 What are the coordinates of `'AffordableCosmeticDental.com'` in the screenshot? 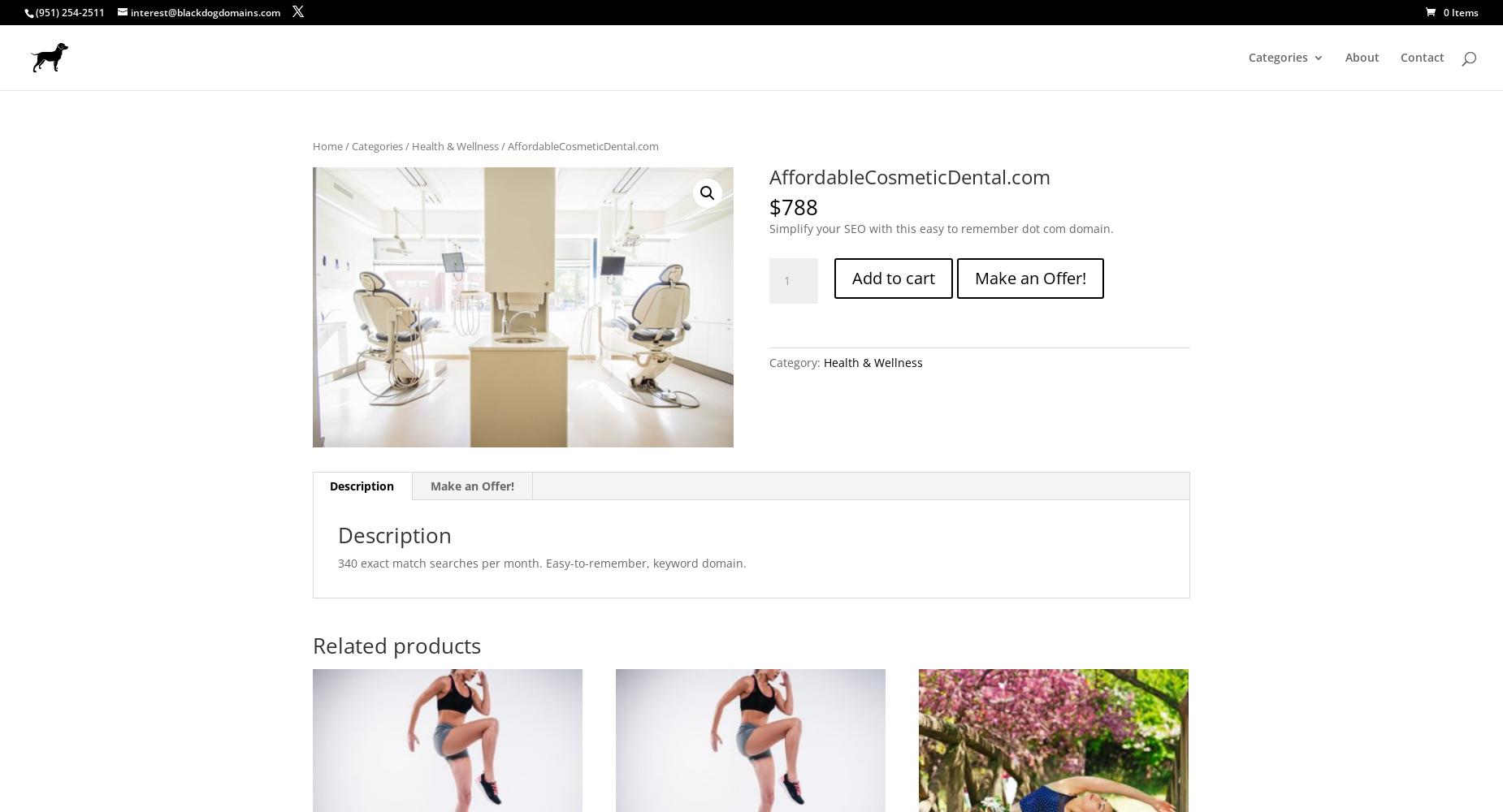 It's located at (768, 175).